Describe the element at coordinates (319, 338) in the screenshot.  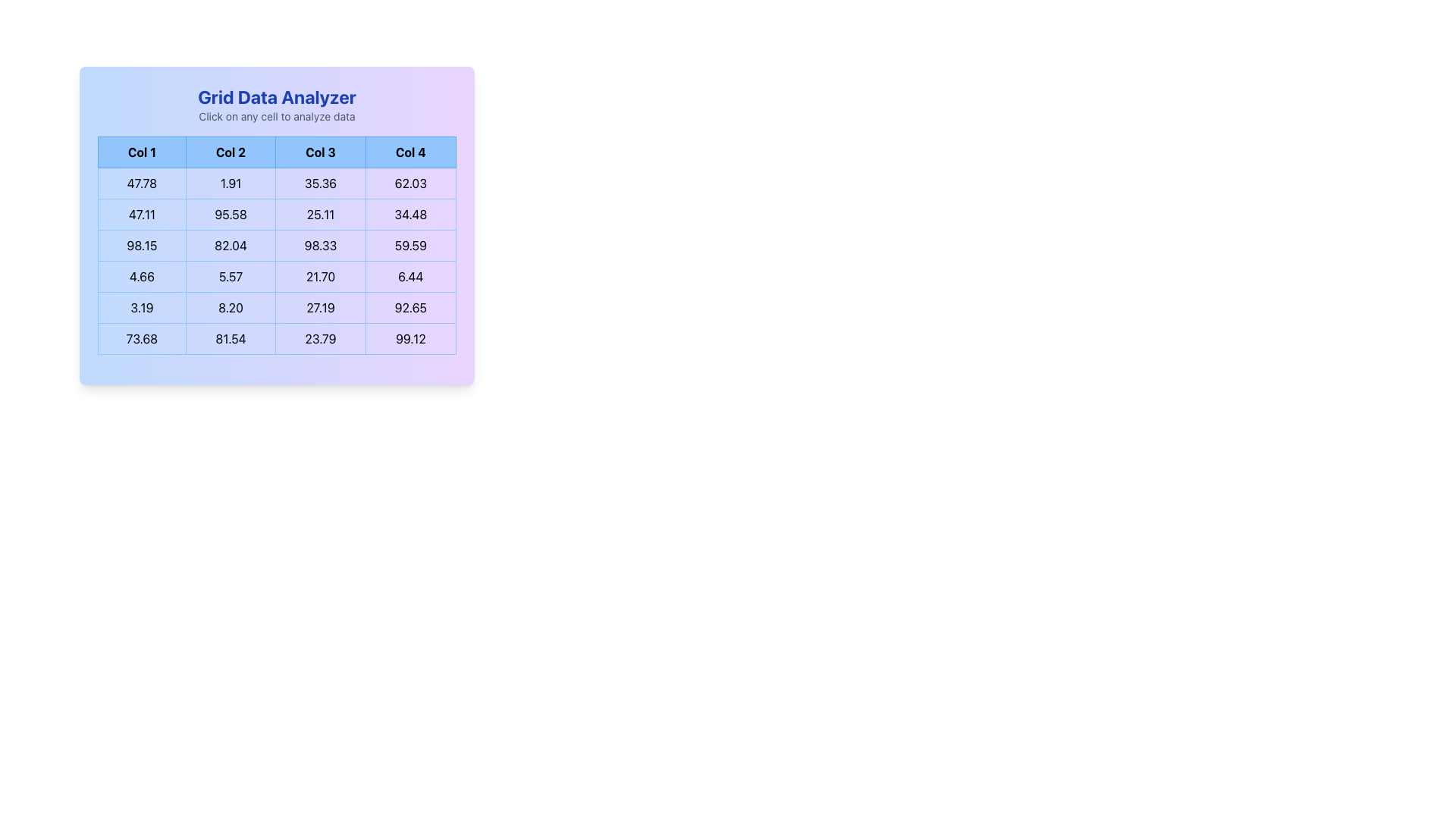
I see `to select the numeric data value displayed in the third column of the last row of the grid structure` at that location.